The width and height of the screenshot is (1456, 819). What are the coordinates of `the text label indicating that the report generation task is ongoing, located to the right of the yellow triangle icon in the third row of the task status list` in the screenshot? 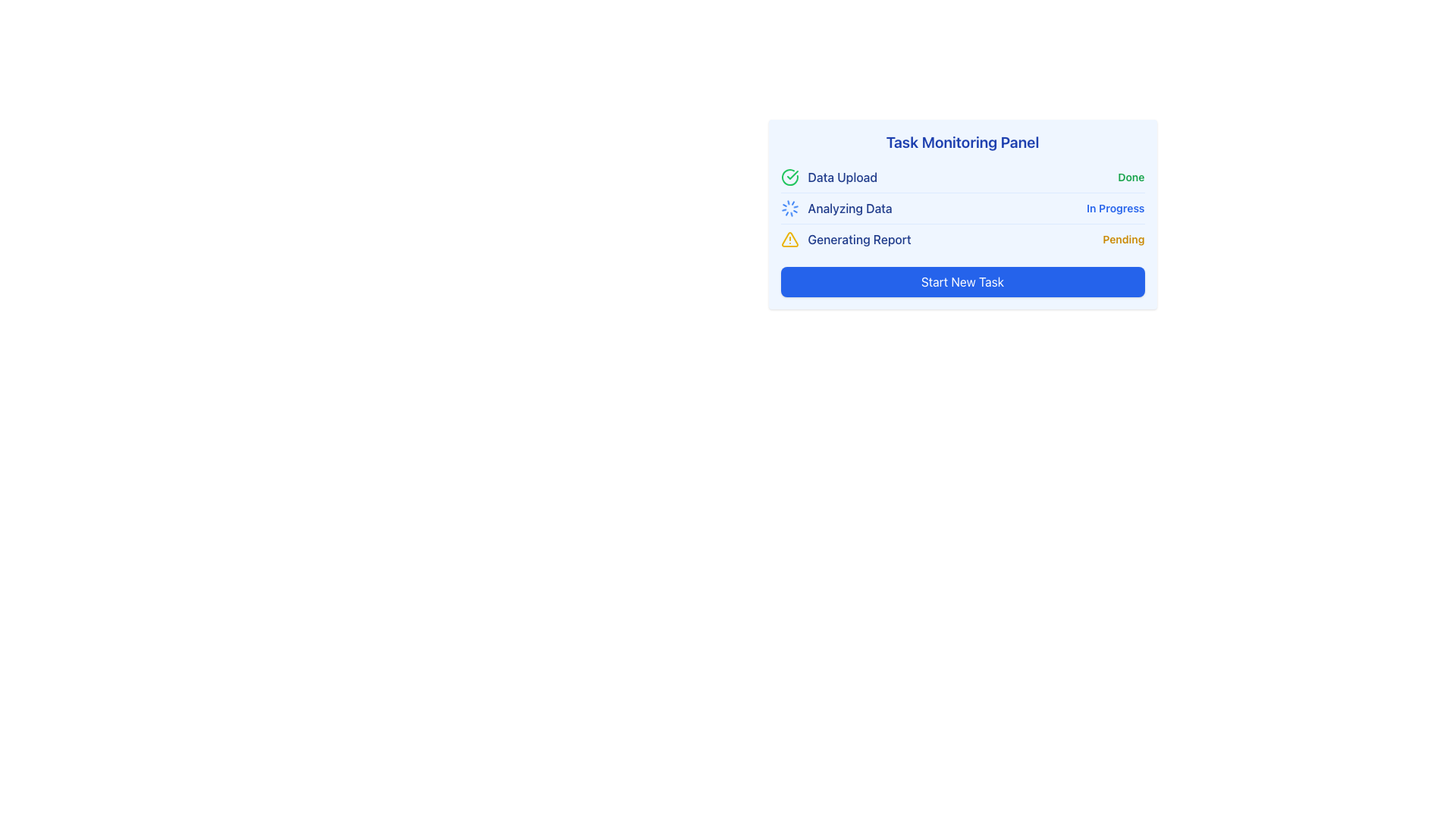 It's located at (859, 239).